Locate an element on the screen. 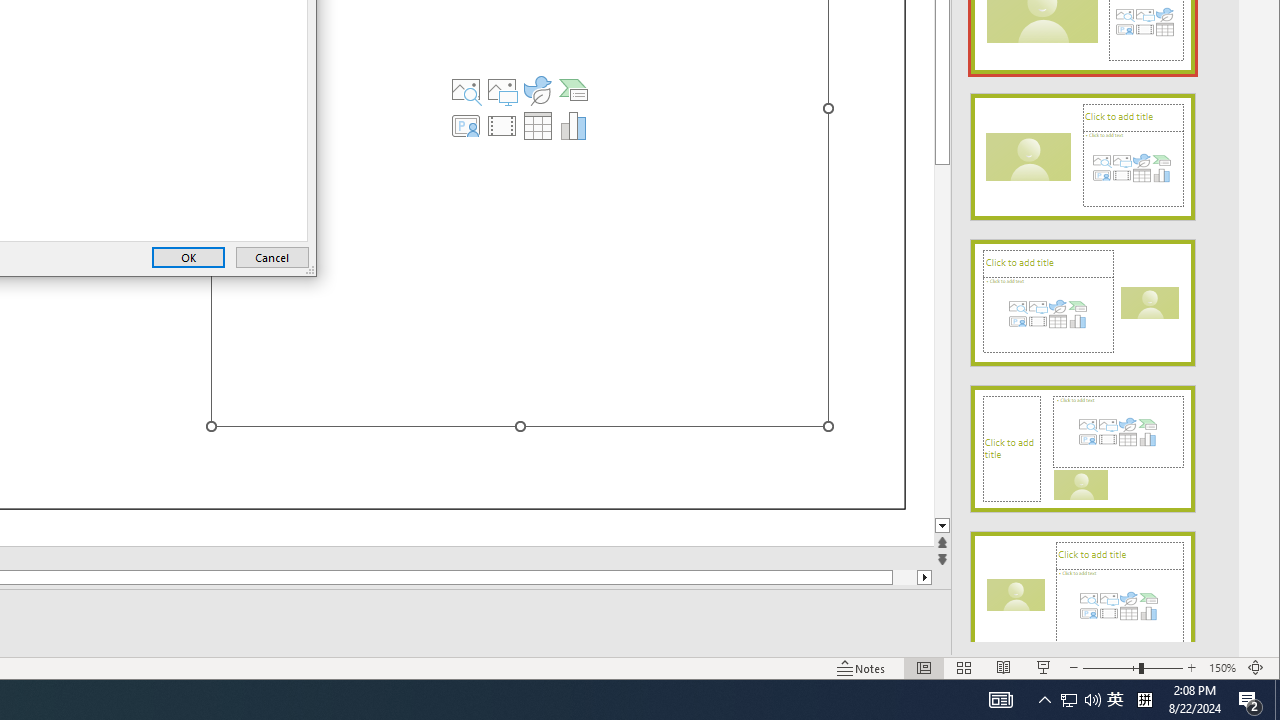 The width and height of the screenshot is (1280, 720). 'OK' is located at coordinates (188, 256).